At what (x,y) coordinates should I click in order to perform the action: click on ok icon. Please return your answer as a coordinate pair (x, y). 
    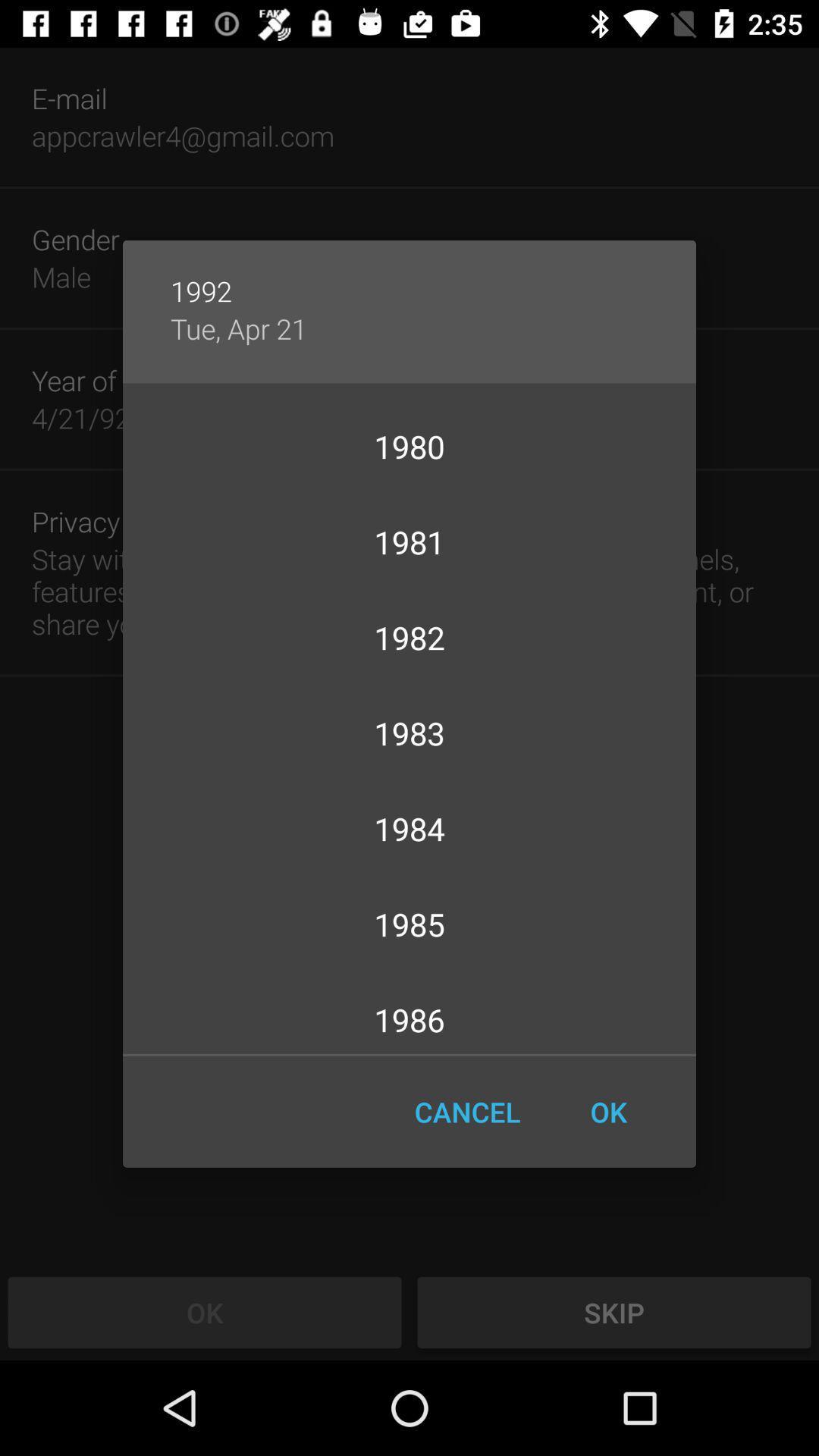
    Looking at the image, I should click on (607, 1112).